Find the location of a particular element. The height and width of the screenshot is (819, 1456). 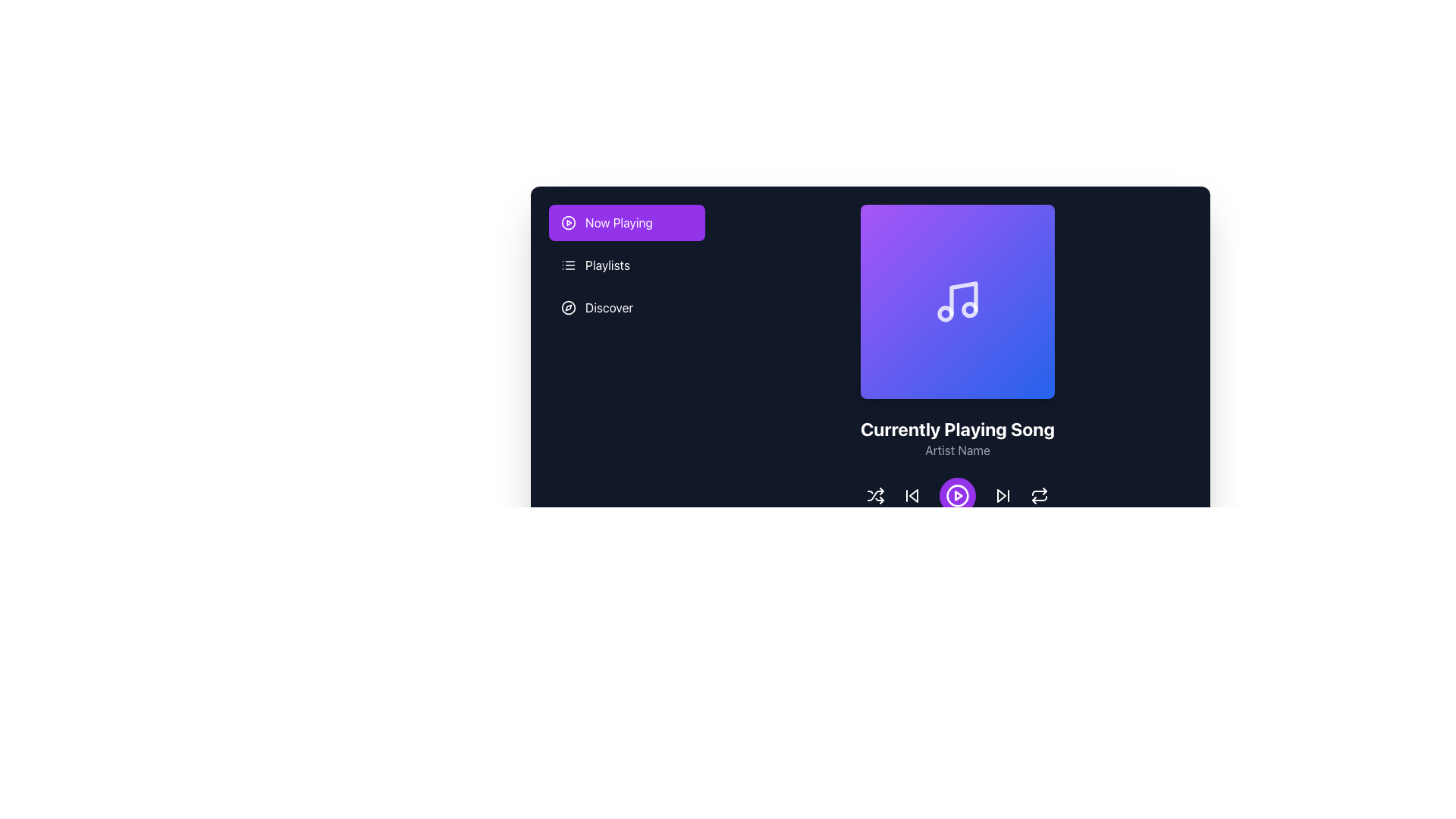

the circular button with a purple background and a white play icon located at the bottom of the interface to play is located at coordinates (956, 496).